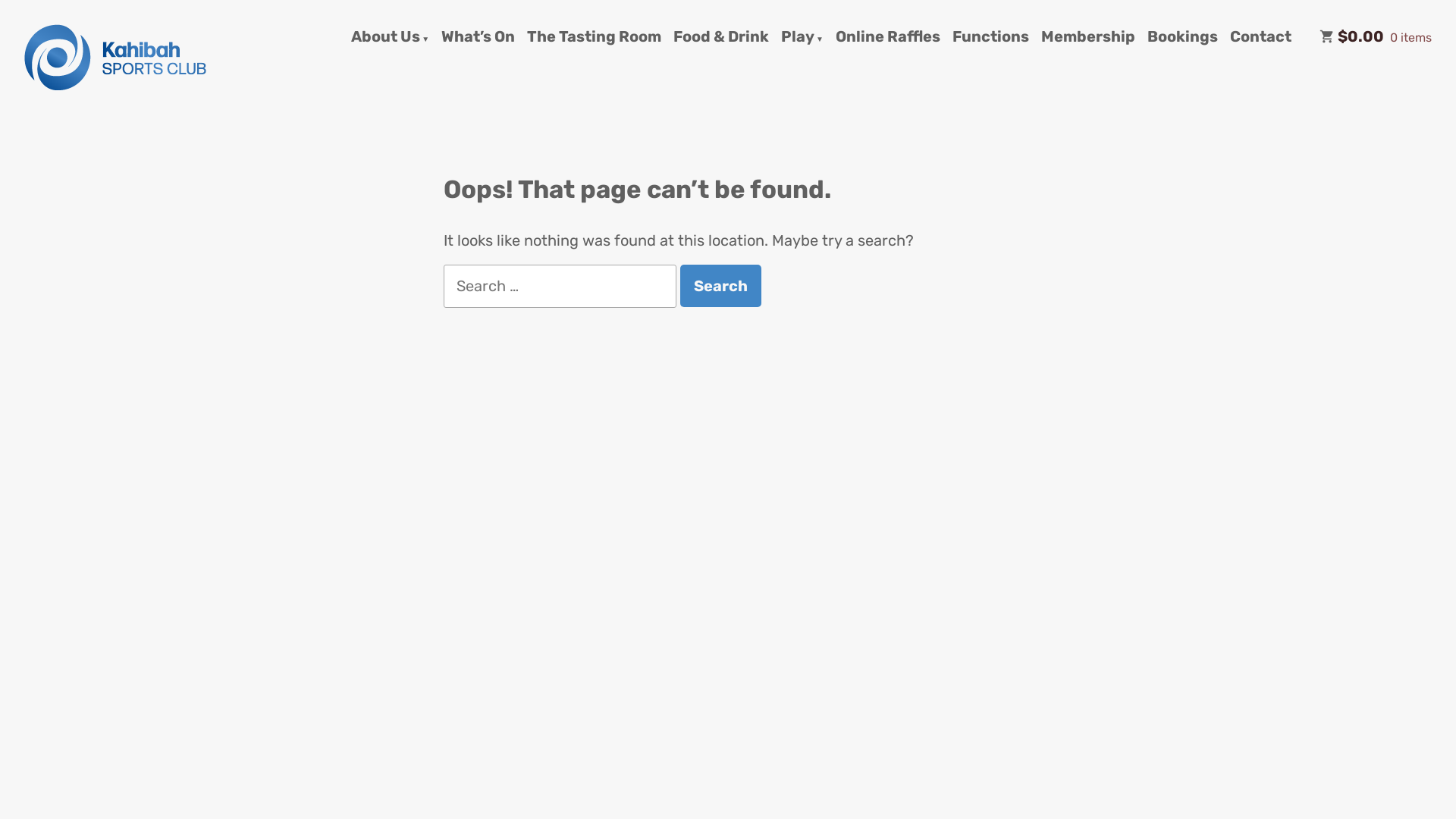 The height and width of the screenshot is (819, 1456). I want to click on 'The Tasting Room', so click(593, 36).